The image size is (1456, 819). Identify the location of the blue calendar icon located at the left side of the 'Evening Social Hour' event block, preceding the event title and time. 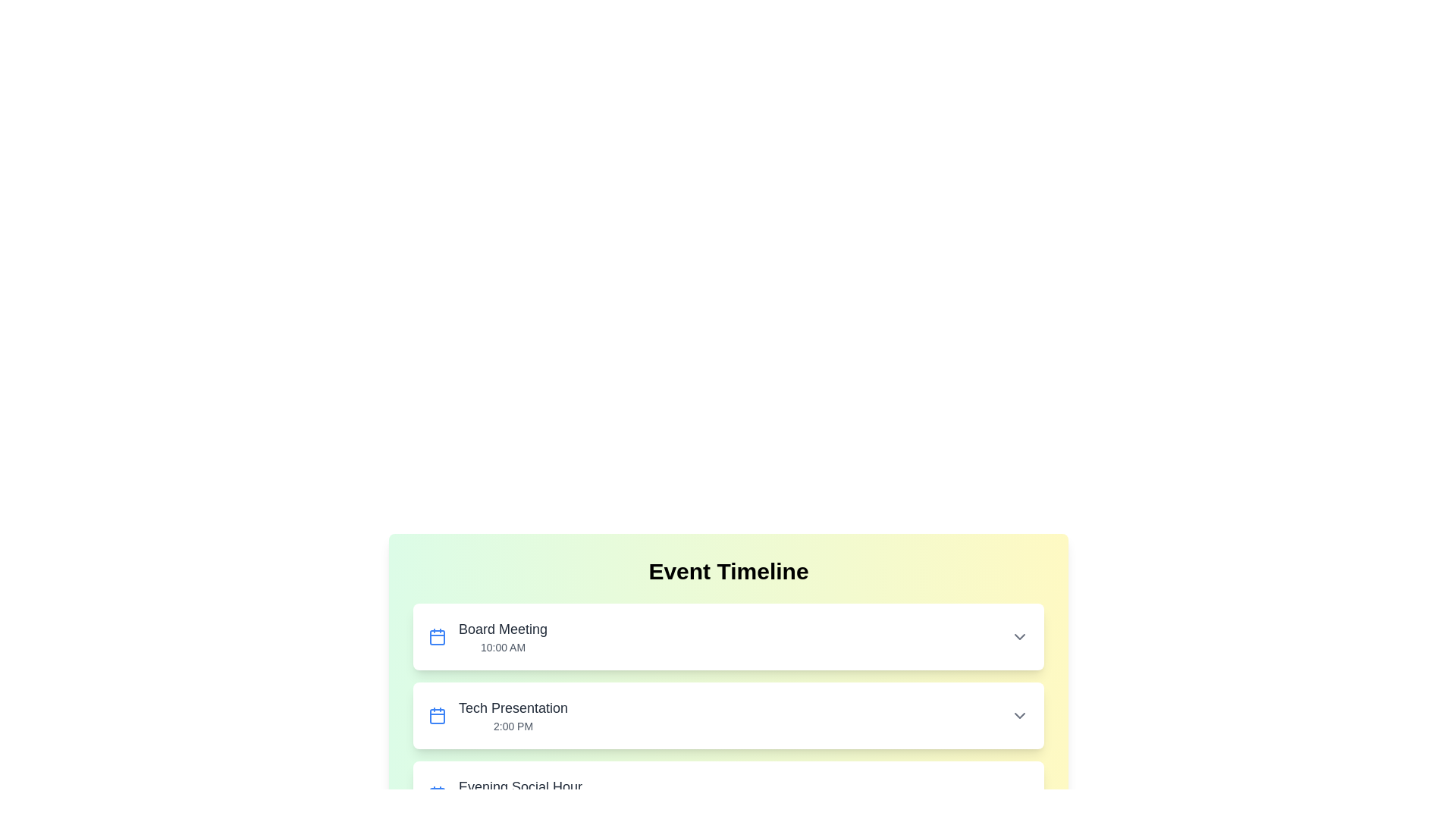
(436, 794).